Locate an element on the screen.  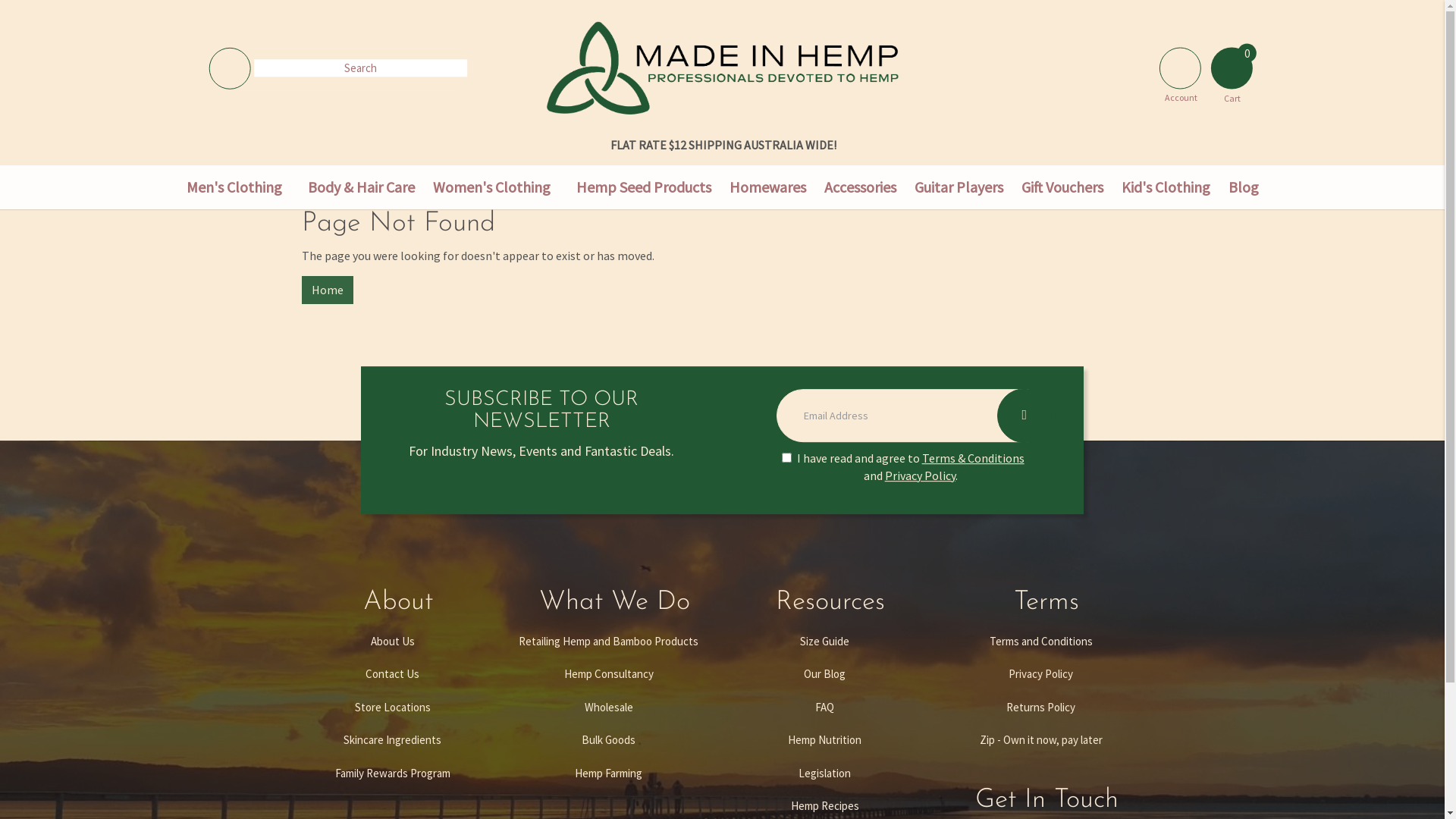
'Hemp Consultancy' is located at coordinates (608, 673).